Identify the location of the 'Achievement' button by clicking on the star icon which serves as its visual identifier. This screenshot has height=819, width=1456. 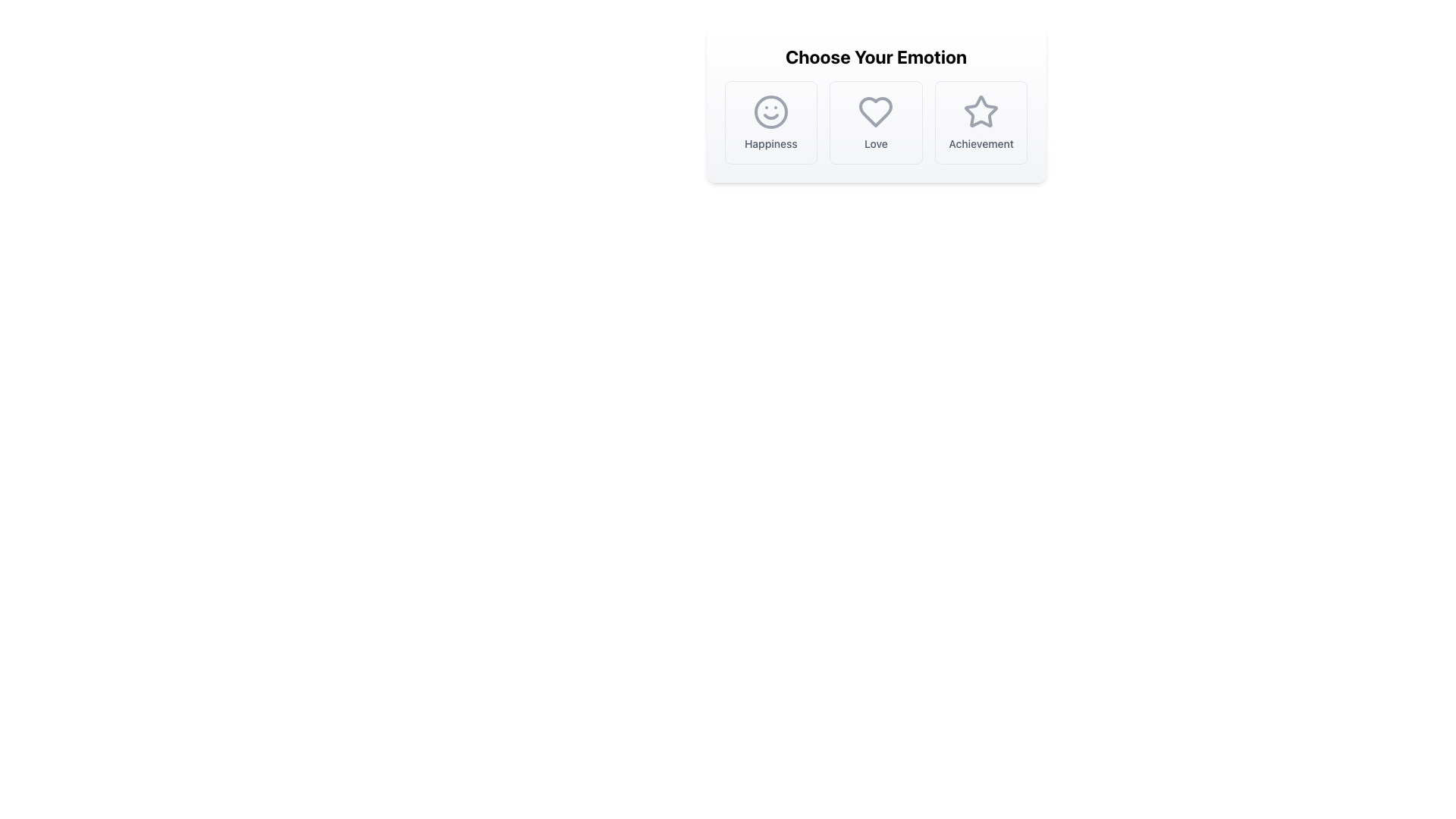
(981, 110).